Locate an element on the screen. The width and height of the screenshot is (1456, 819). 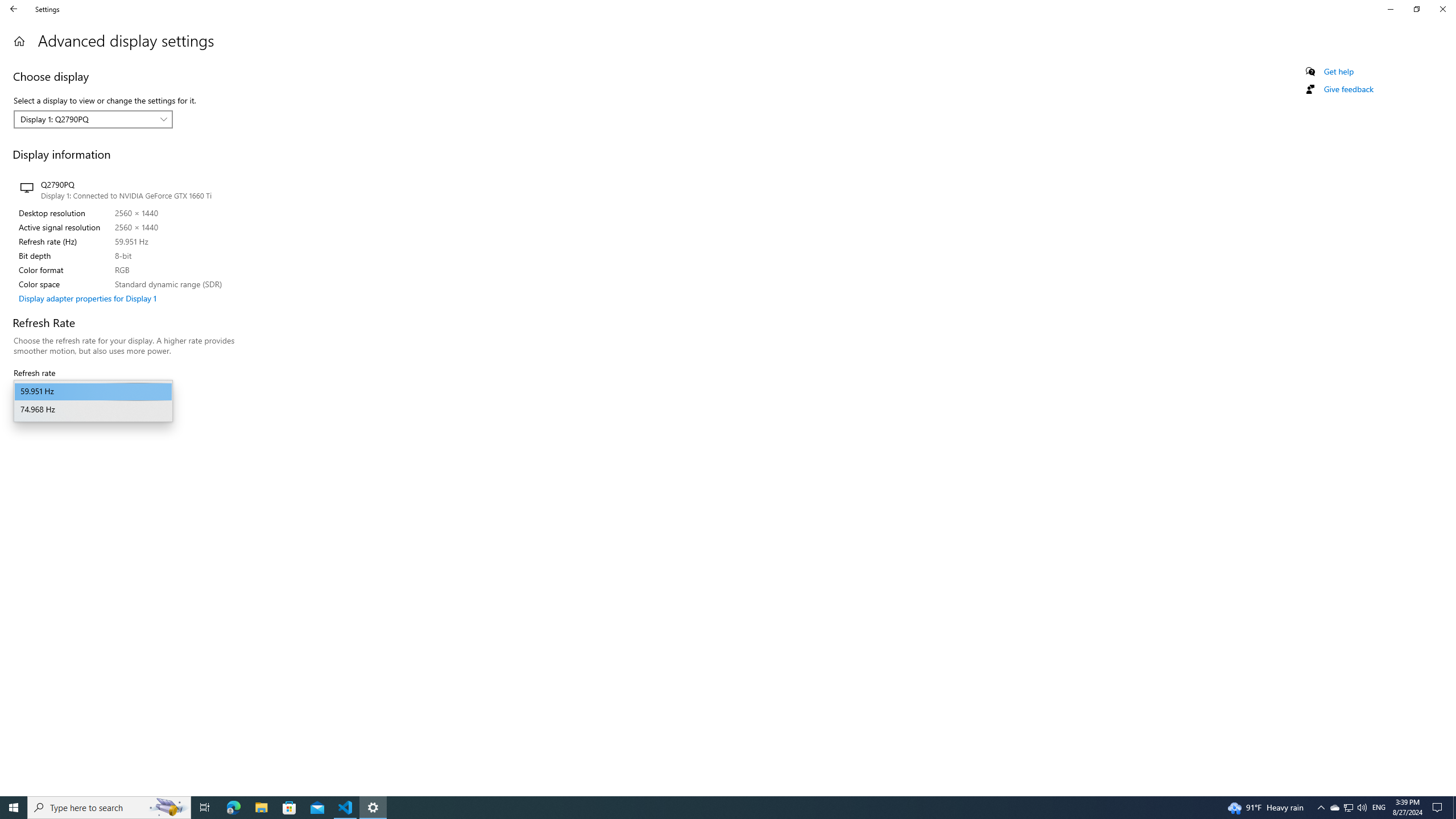
'Visual Studio Code - 1 running window' is located at coordinates (345, 806).